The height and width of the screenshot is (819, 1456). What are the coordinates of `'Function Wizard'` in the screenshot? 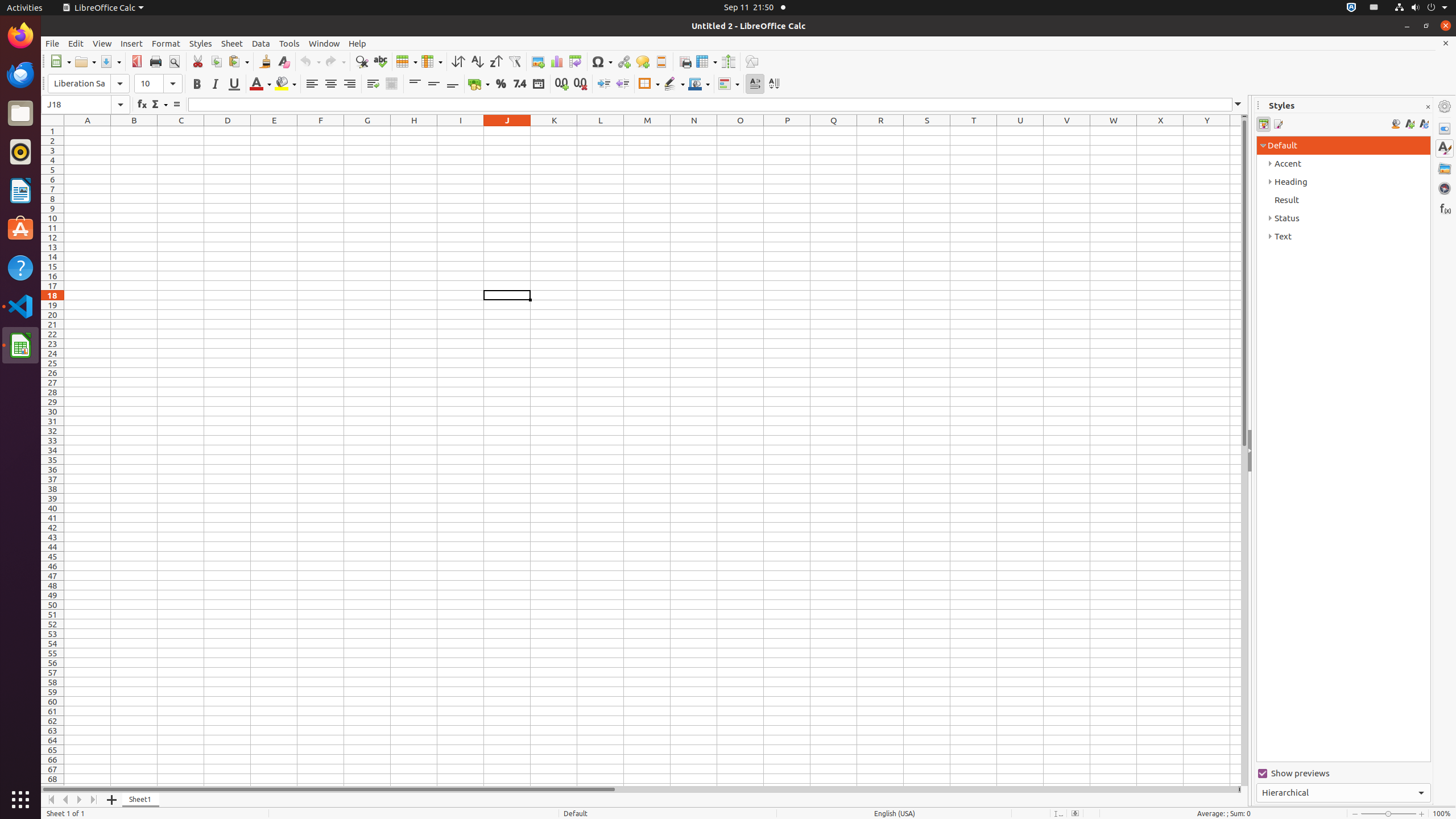 It's located at (141, 104).